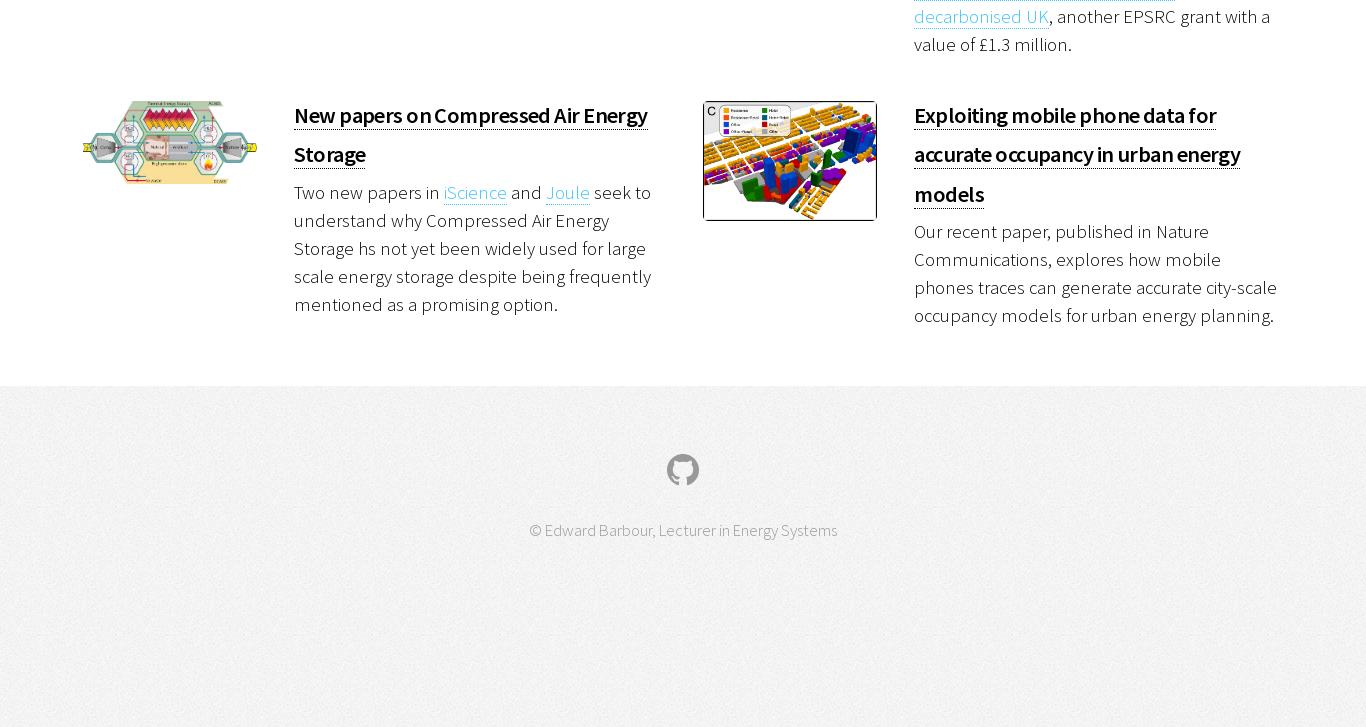 The height and width of the screenshot is (727, 1366). Describe the element at coordinates (683, 528) in the screenshot. I see `'© Edward Barbour, Lecturer in Energy Systems'` at that location.